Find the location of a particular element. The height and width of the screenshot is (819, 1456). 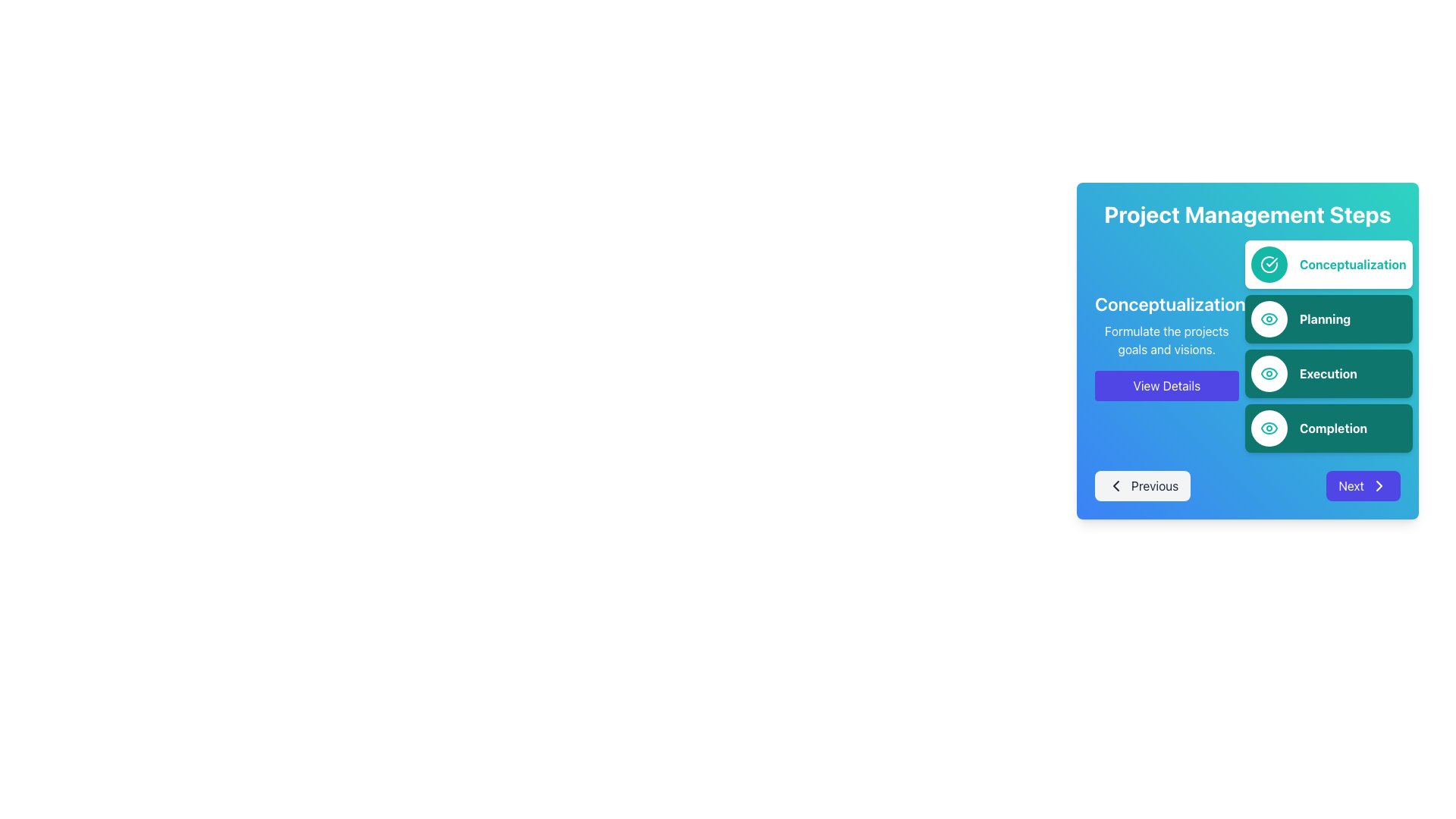

the descriptive text element located under the 'Conceptualization' title and above the 'View Details' button is located at coordinates (1166, 339).